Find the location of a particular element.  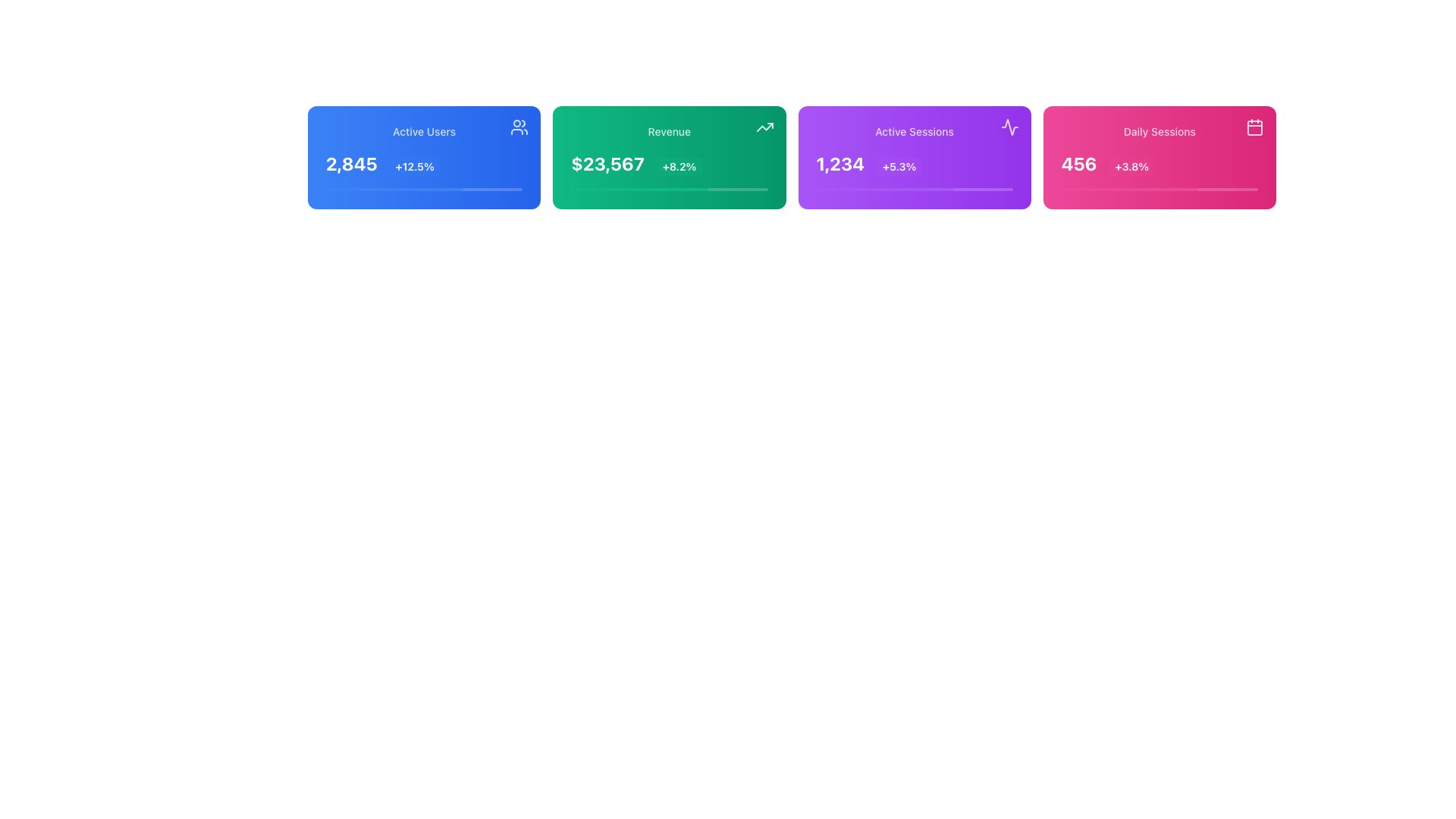

the small white icon resembling a data representation located in the top-right corner of the 'Active Sessions' purple card is located at coordinates (1009, 127).